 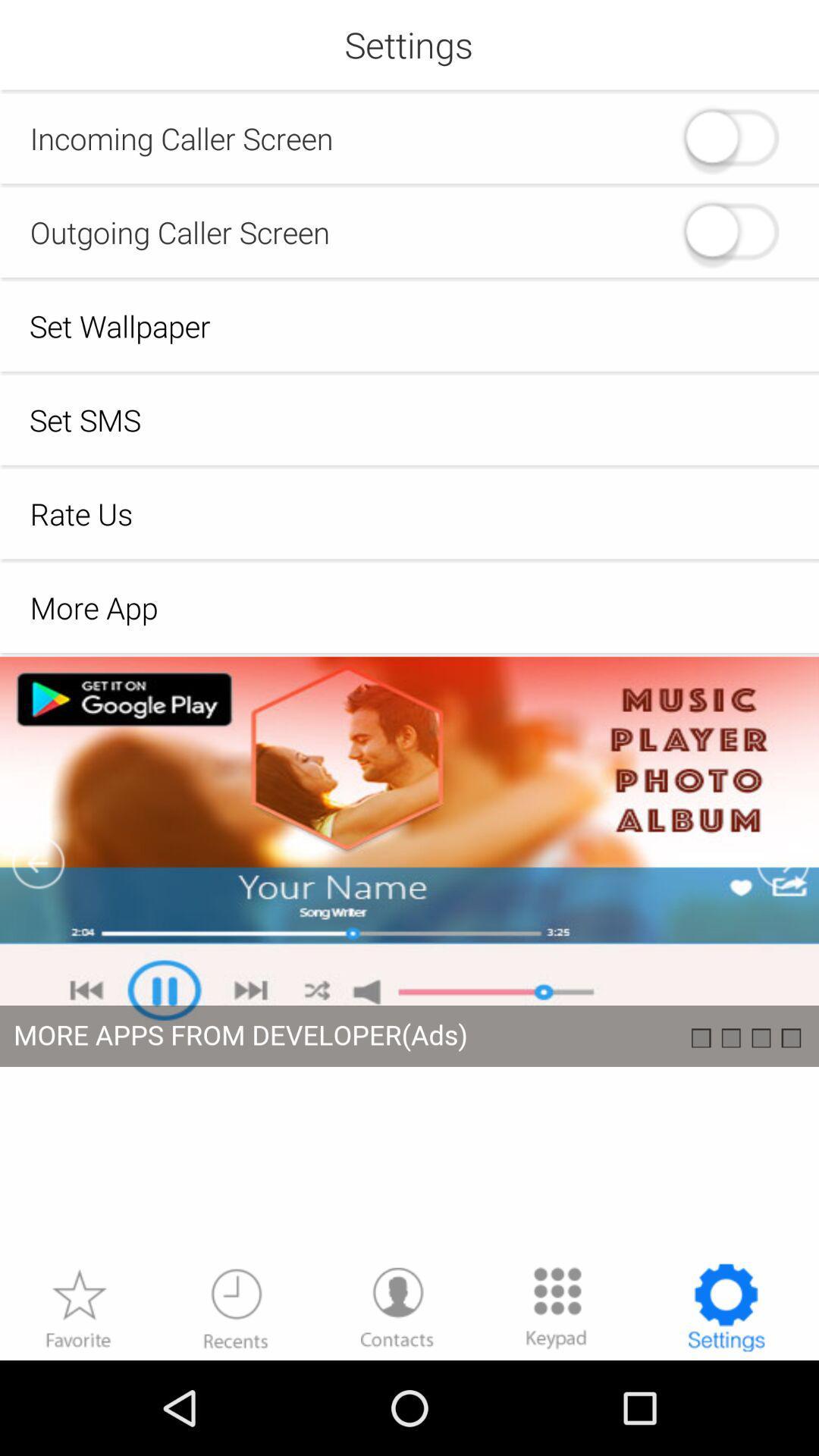 What do you see at coordinates (728, 249) in the screenshot?
I see `the avatar icon` at bounding box center [728, 249].